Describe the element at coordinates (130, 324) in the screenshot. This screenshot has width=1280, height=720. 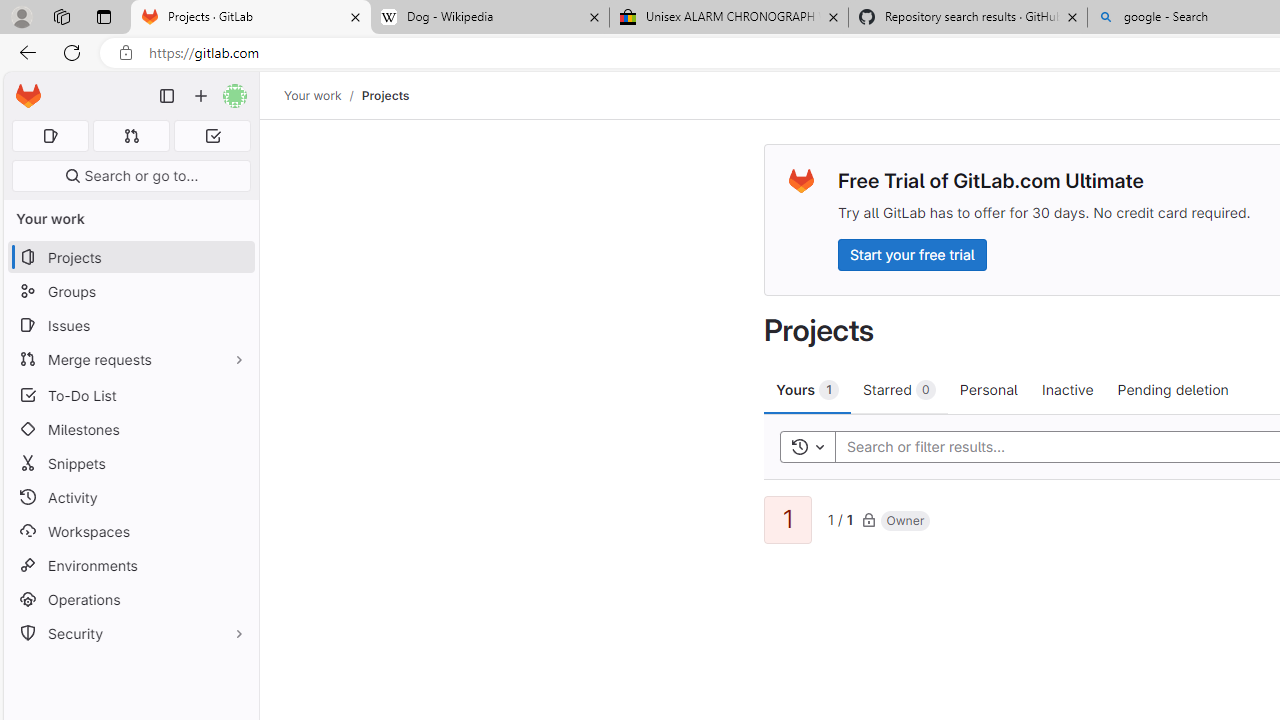
I see `'Issues'` at that location.